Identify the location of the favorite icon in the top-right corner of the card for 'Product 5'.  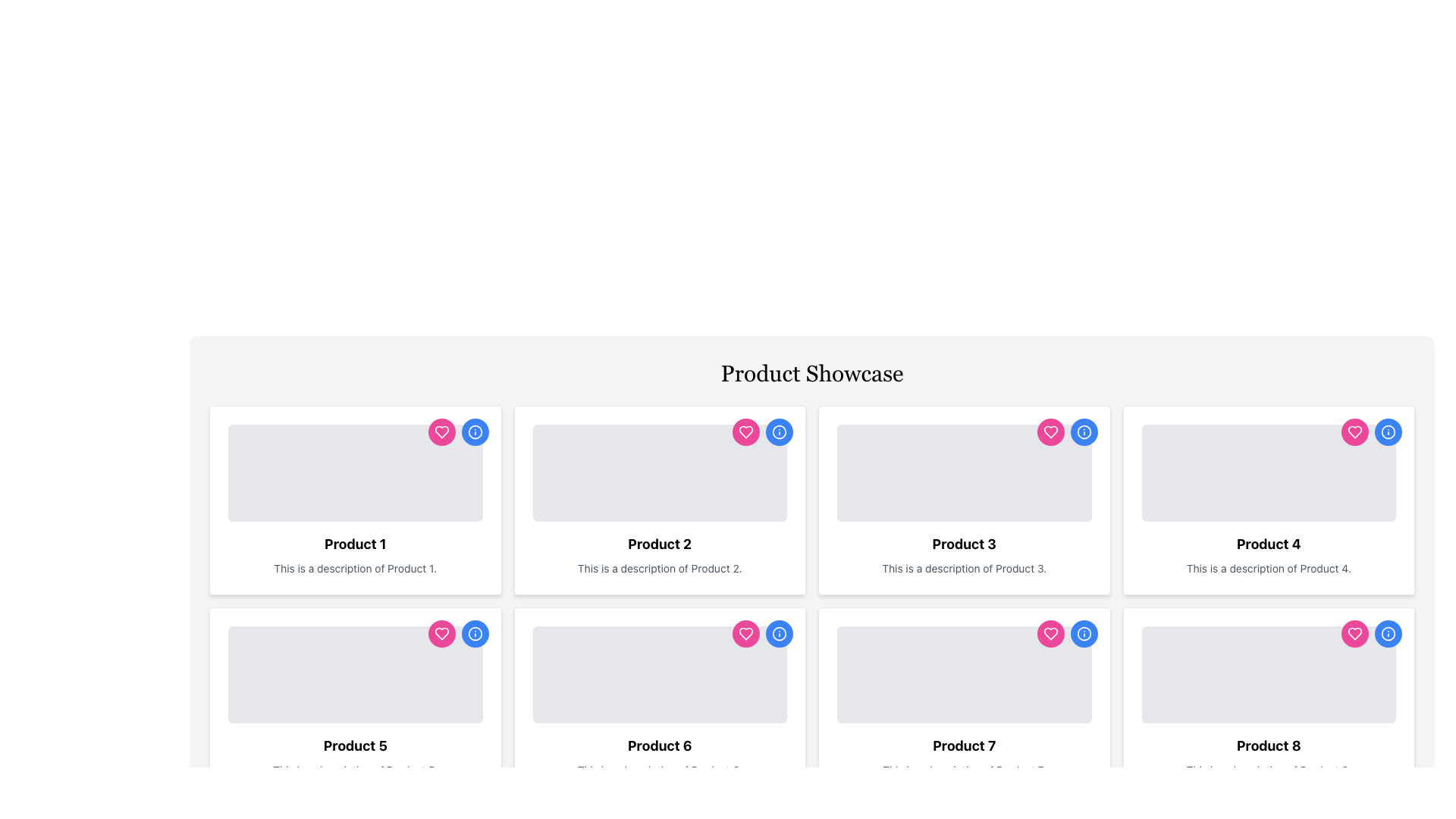
(441, 634).